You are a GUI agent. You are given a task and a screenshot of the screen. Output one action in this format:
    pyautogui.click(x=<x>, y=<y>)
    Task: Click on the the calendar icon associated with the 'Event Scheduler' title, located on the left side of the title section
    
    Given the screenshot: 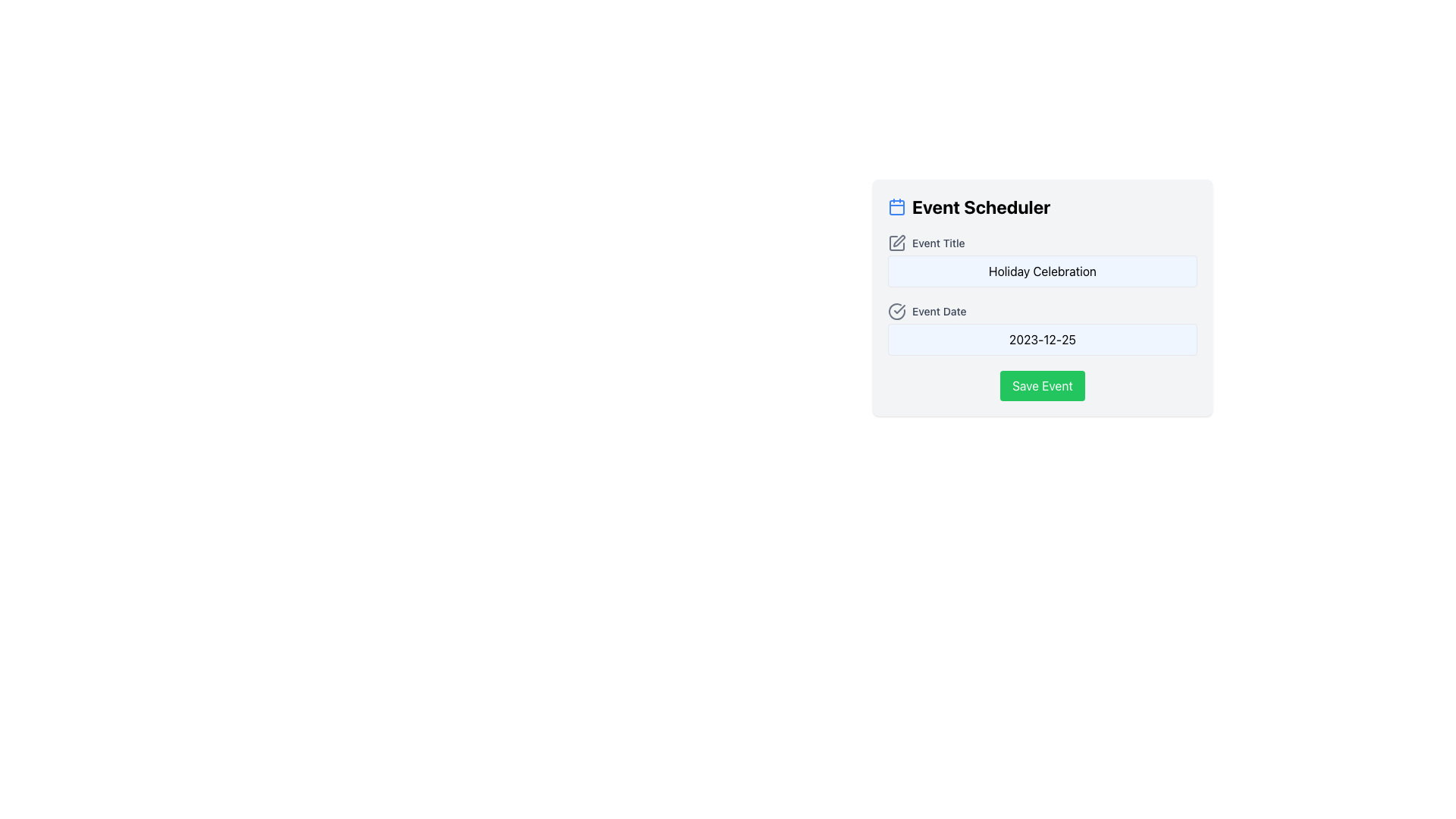 What is the action you would take?
    pyautogui.click(x=896, y=207)
    